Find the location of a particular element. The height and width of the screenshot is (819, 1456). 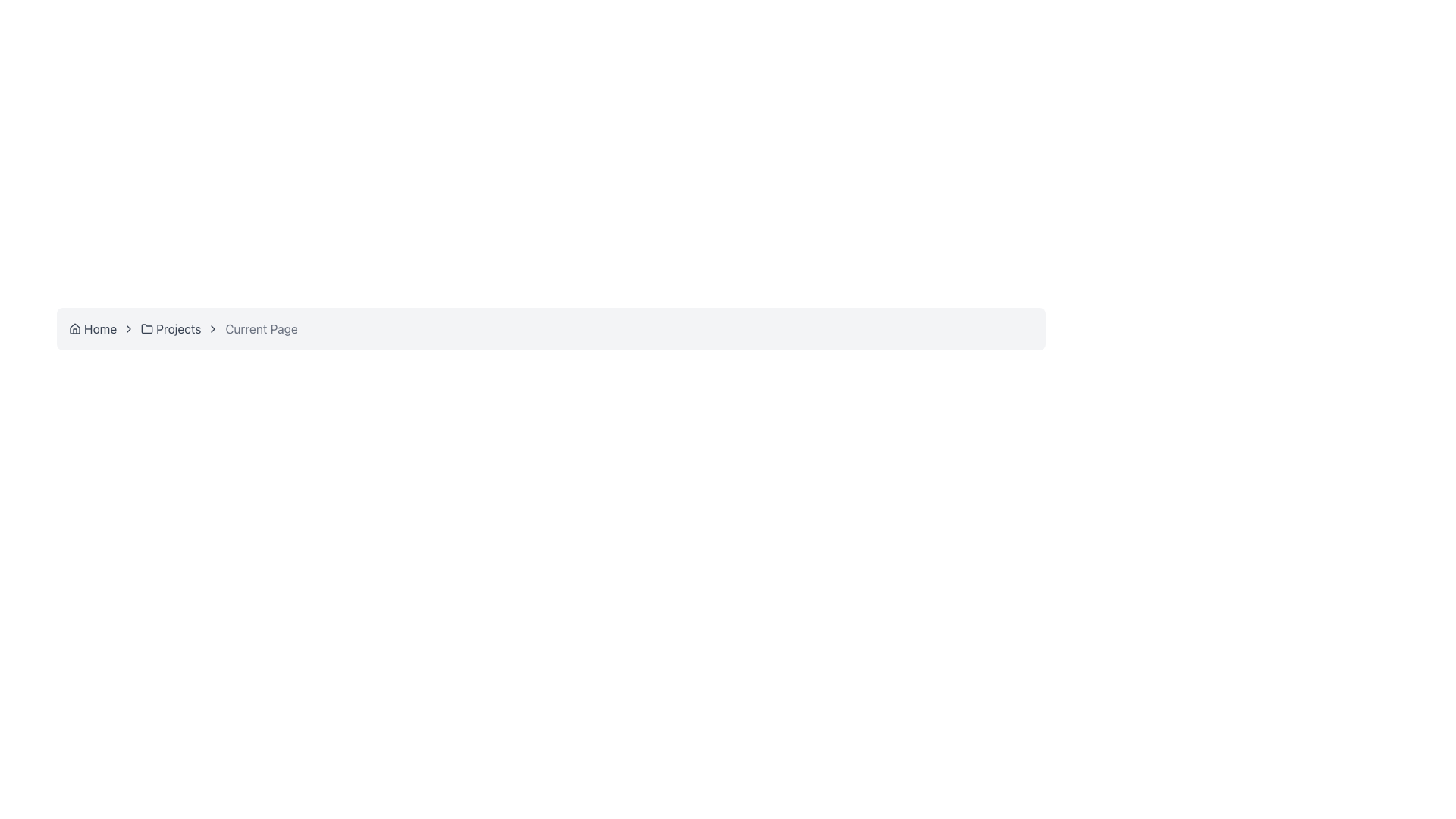

the 'Home' icon in the breadcrumb navigation bar, which serves as a link to the main page is located at coordinates (74, 328).